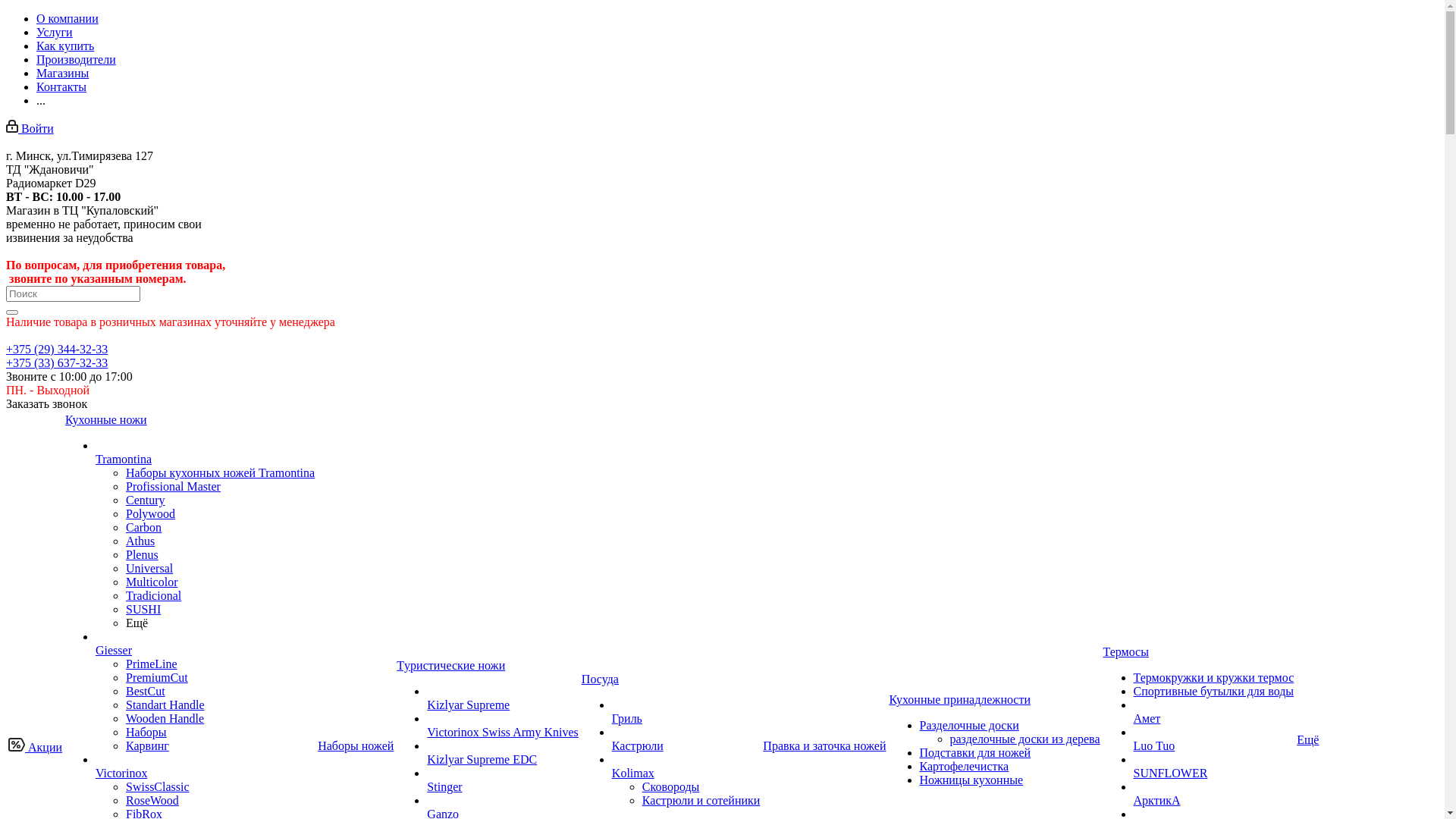 The width and height of the screenshot is (1456, 819). Describe the element at coordinates (481, 759) in the screenshot. I see `'Kizlyar Supreme EDC'` at that location.